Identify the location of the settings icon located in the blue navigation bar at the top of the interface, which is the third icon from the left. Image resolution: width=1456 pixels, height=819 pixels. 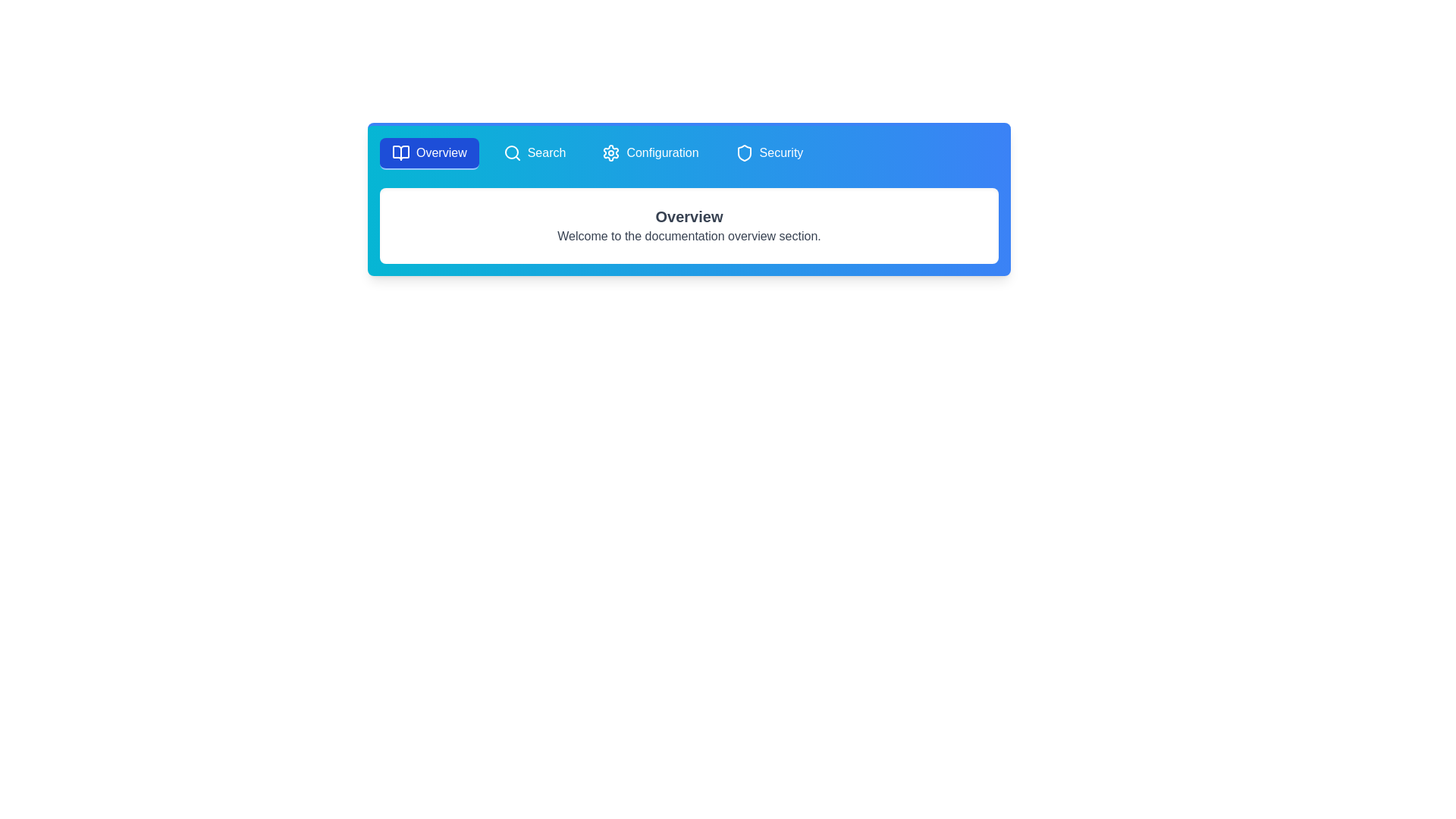
(611, 152).